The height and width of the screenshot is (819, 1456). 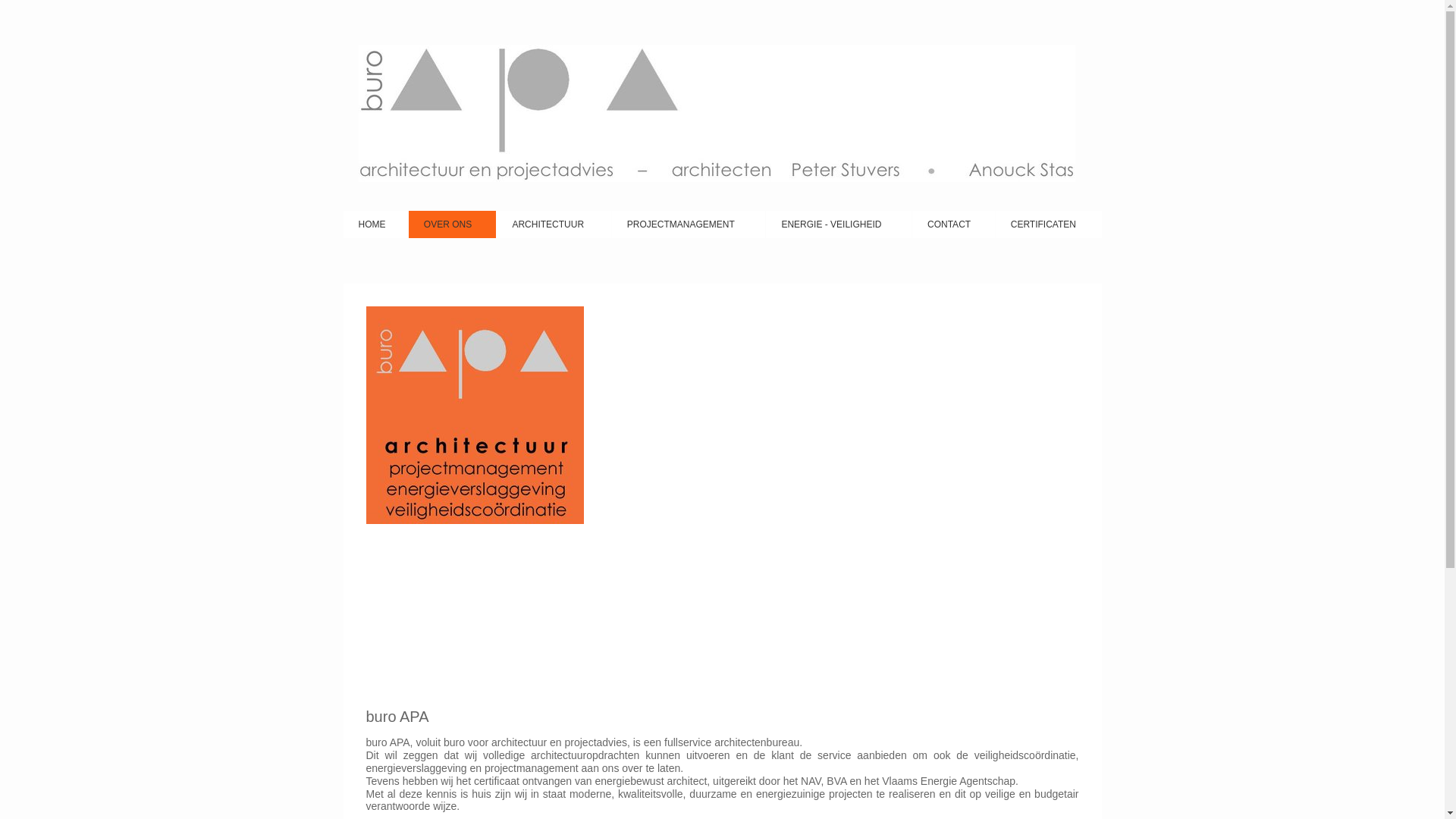 What do you see at coordinates (952, 224) in the screenshot?
I see `'CONTACT'` at bounding box center [952, 224].